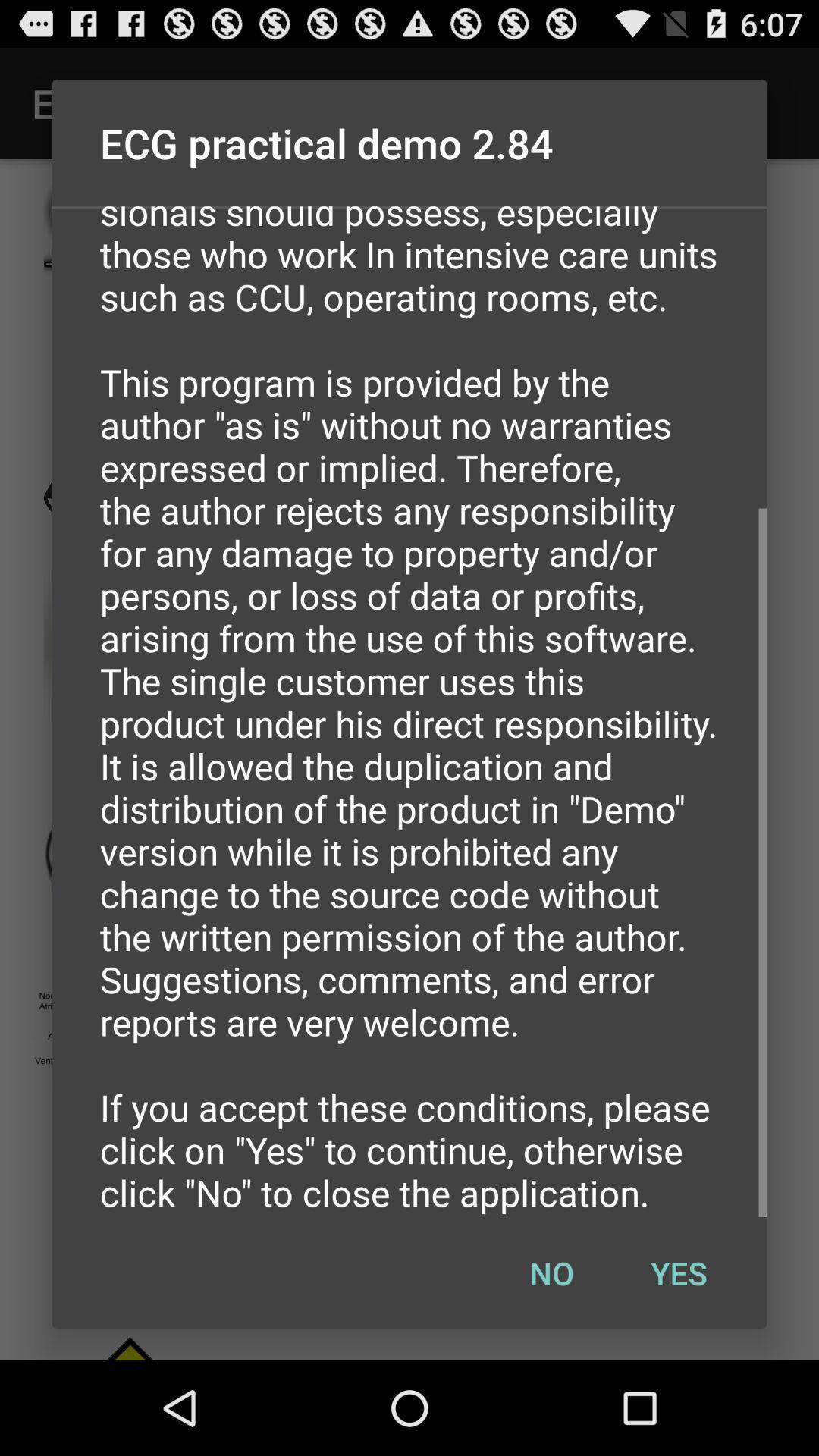 The width and height of the screenshot is (819, 1456). What do you see at coordinates (678, 1272) in the screenshot?
I see `icon next to the no button` at bounding box center [678, 1272].